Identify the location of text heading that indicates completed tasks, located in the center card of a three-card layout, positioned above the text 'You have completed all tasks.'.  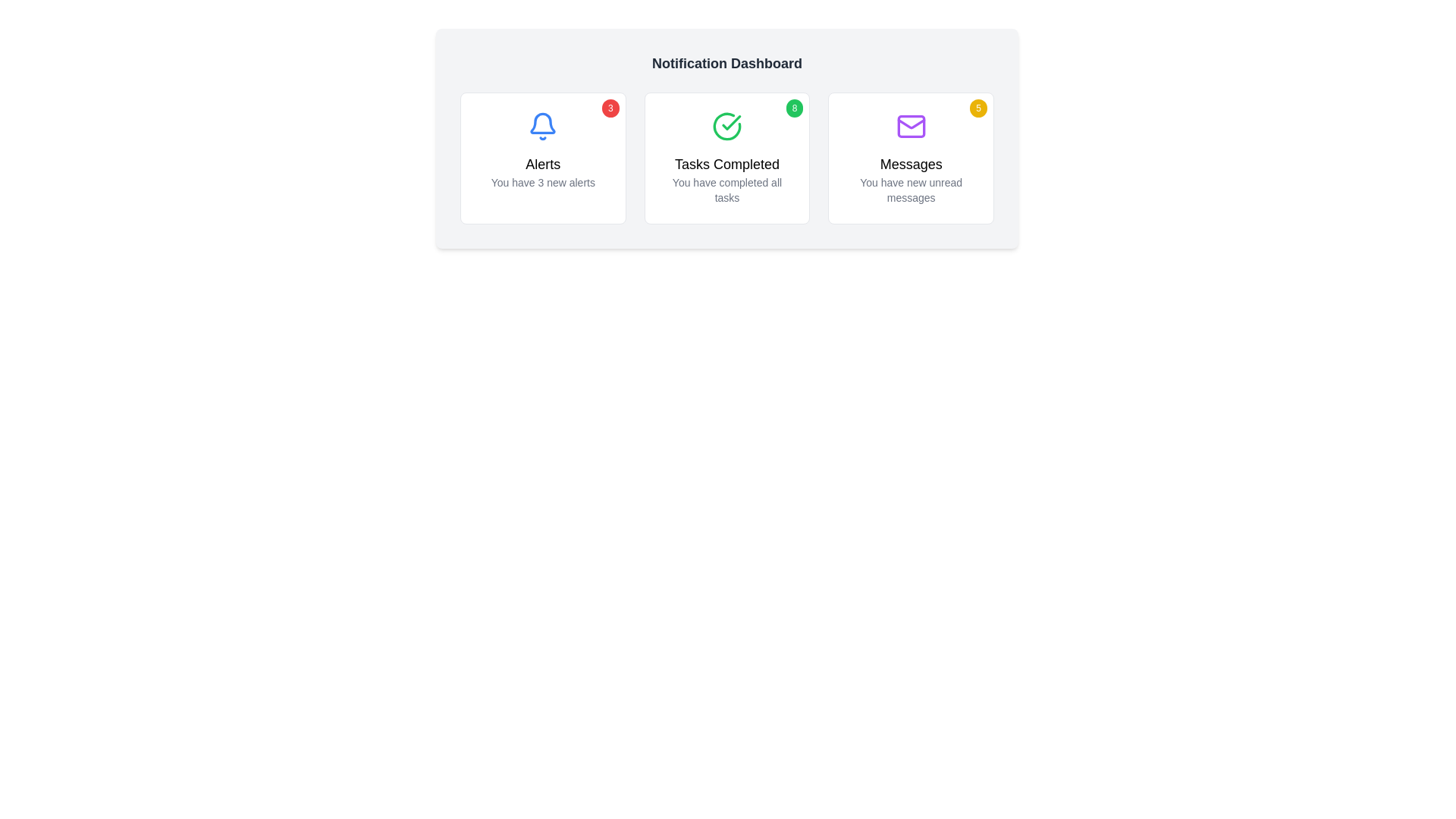
(726, 164).